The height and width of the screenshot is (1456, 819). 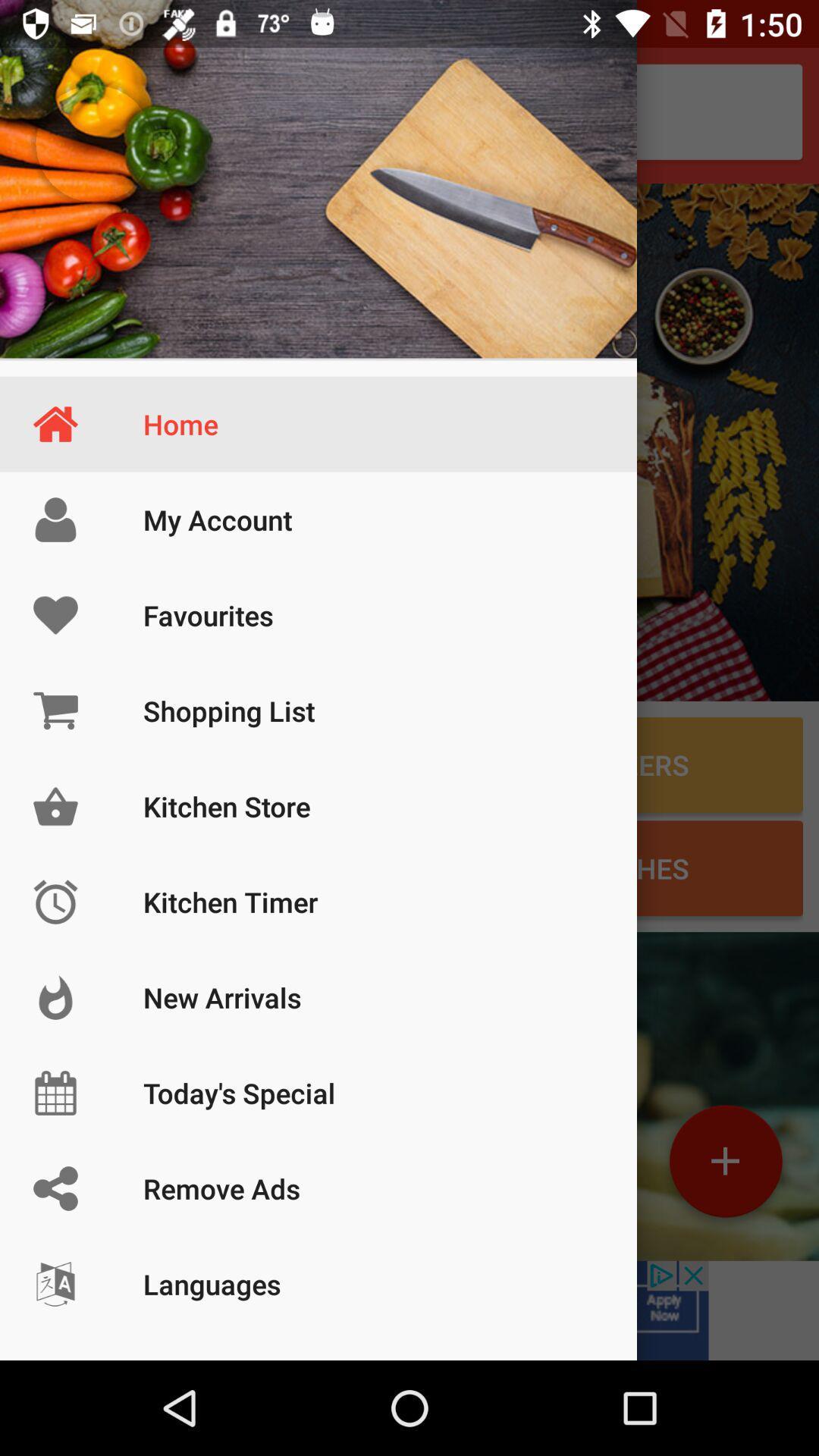 What do you see at coordinates (318, 179) in the screenshot?
I see `the icon and the text home` at bounding box center [318, 179].